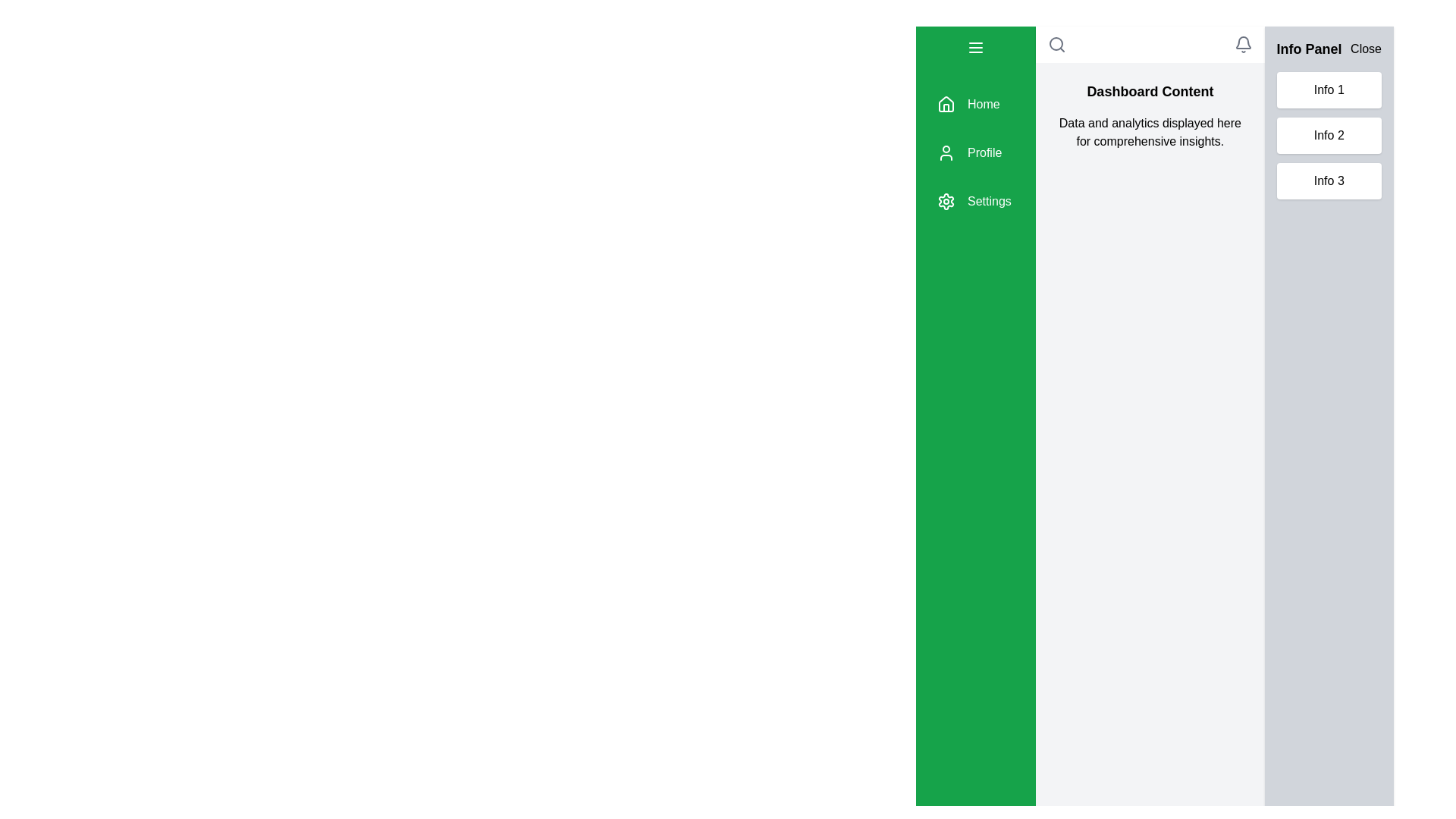  What do you see at coordinates (946, 107) in the screenshot?
I see `the house-shaped icon located in the 'Home' button within the green navigation sidebar on the left side of the interface` at bounding box center [946, 107].